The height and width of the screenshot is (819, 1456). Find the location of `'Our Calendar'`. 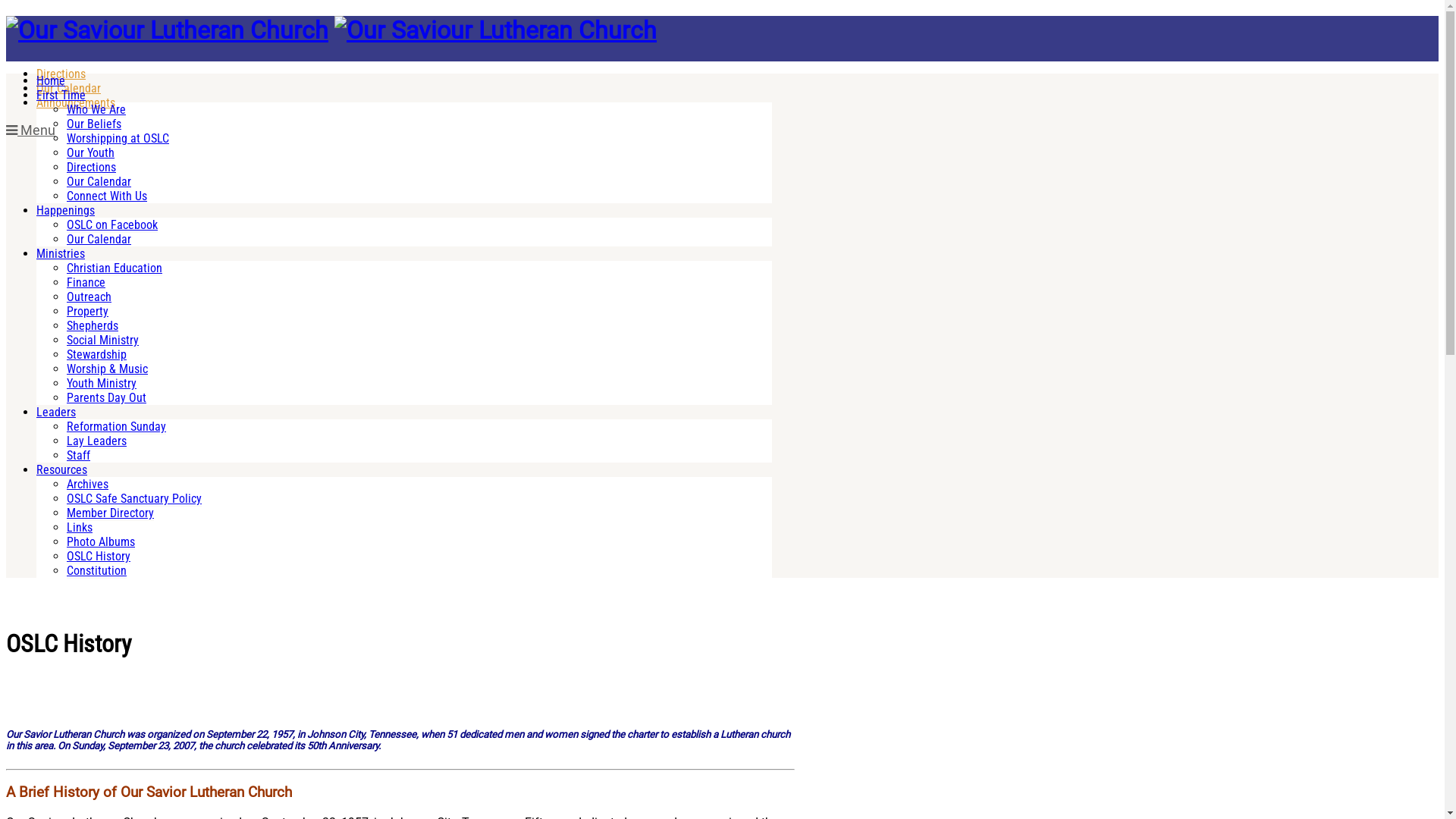

'Our Calendar' is located at coordinates (98, 180).